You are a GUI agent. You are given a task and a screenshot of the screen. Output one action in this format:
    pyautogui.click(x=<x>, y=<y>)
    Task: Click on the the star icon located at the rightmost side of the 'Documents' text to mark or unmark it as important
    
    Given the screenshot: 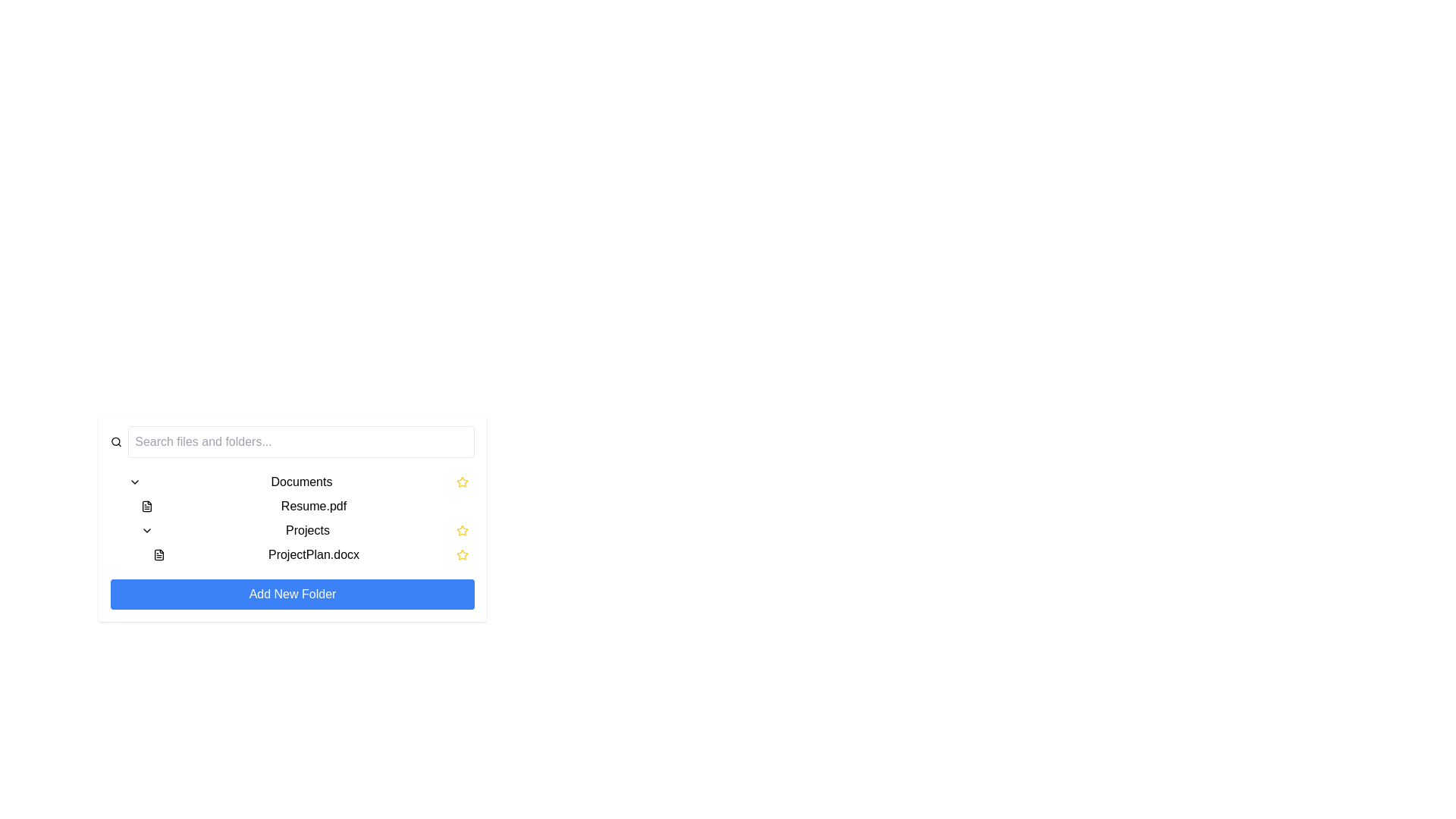 What is the action you would take?
    pyautogui.click(x=461, y=482)
    